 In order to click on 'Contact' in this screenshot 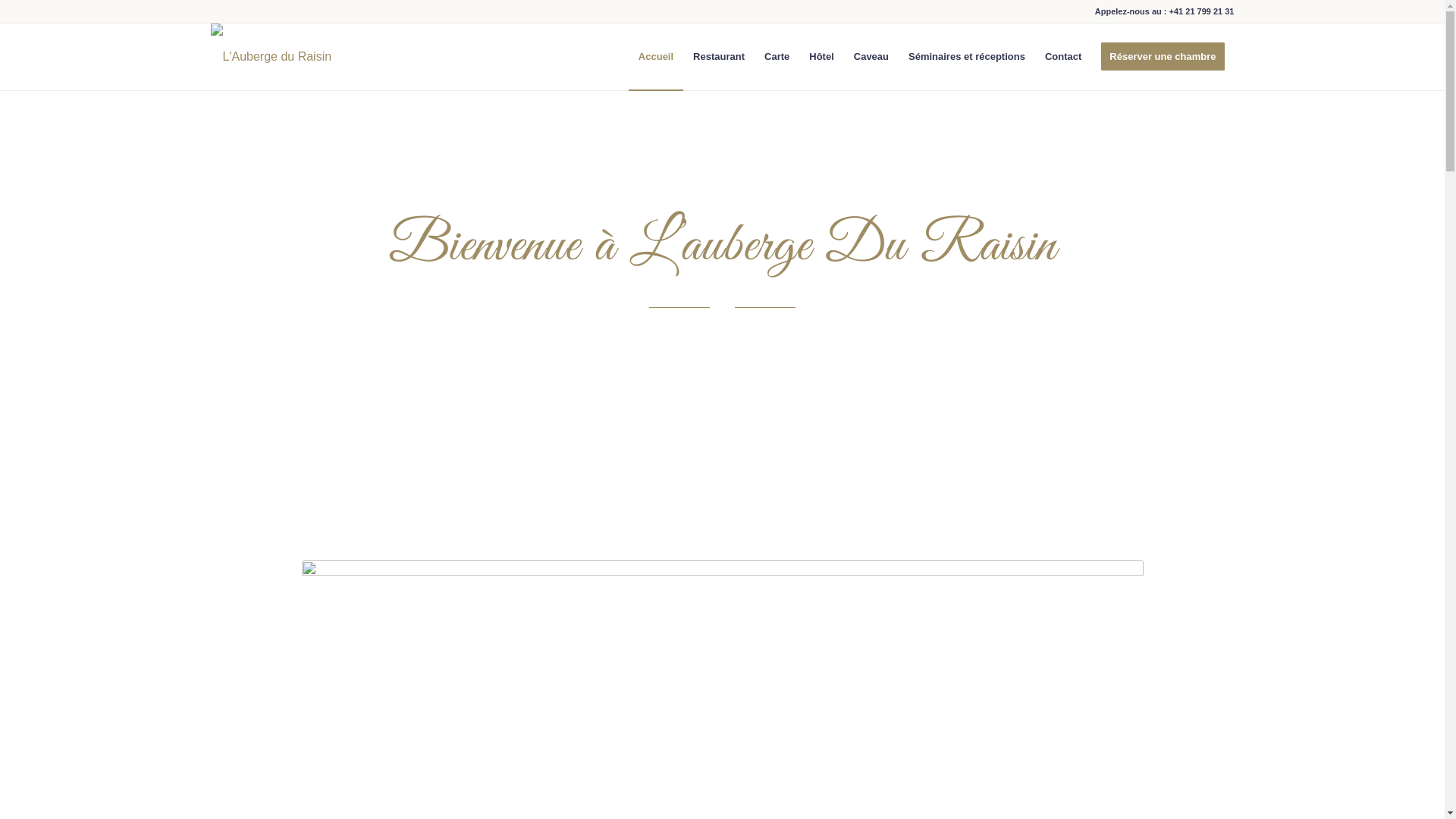, I will do `click(1062, 55)`.